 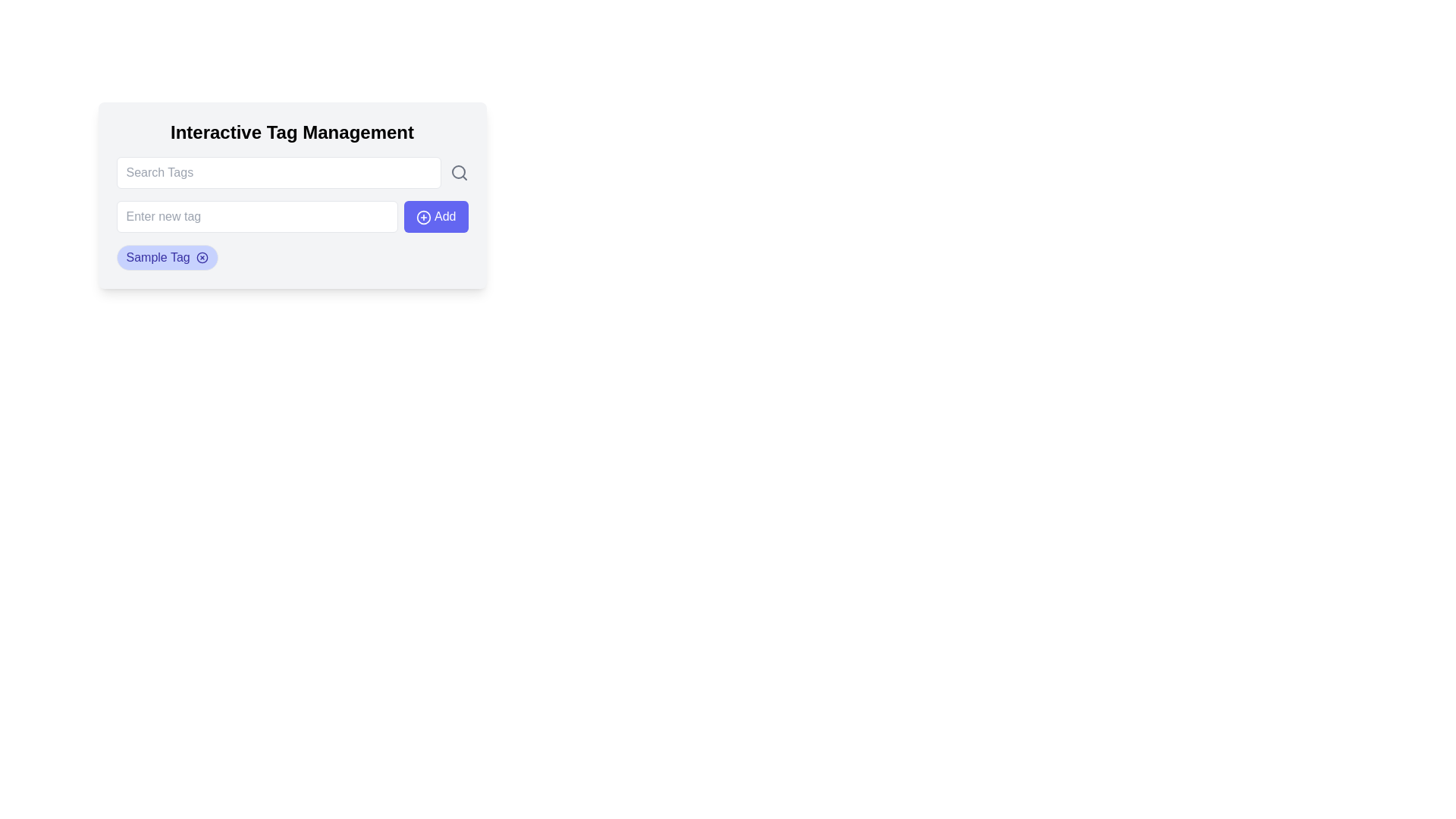 I want to click on the 'x' button on the first tag in the tag management interface, so click(x=167, y=256).